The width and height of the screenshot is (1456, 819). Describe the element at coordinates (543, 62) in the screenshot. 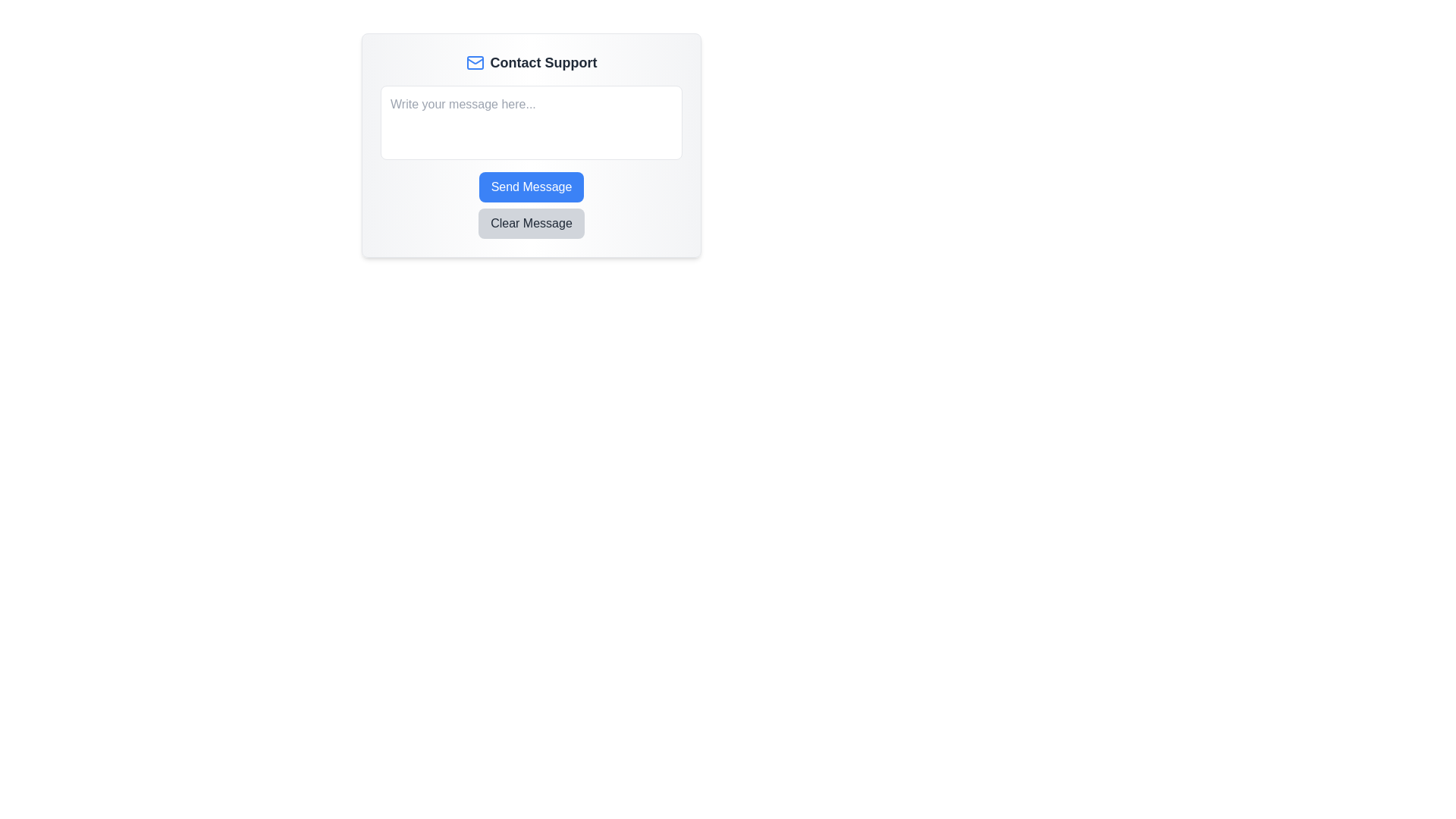

I see `the 'Contact Support' text label, which is styled in bold dark gray and located beside a blue envelope icon in the top left section of a card layout` at that location.